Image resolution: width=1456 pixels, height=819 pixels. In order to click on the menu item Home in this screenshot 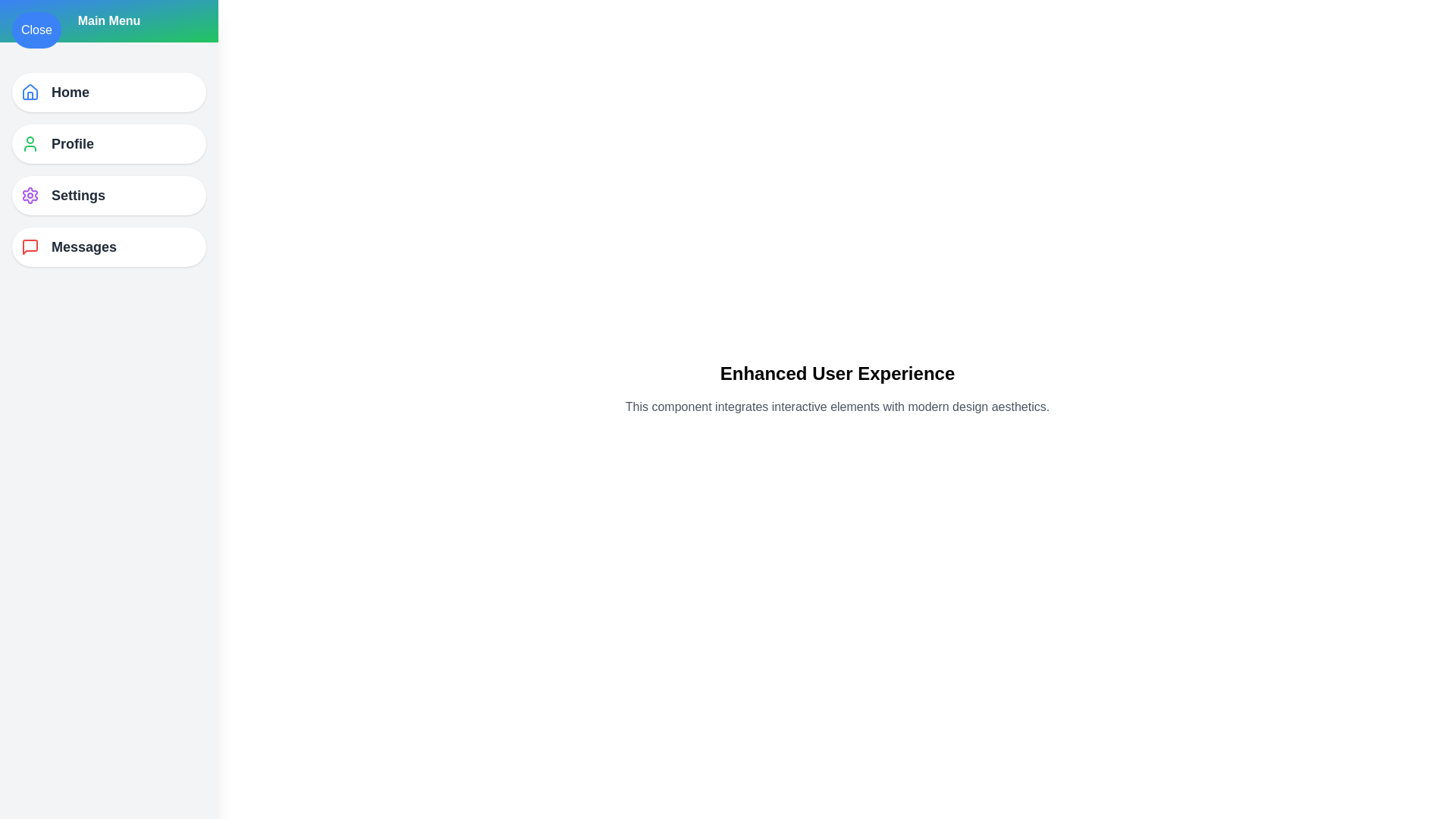, I will do `click(108, 93)`.